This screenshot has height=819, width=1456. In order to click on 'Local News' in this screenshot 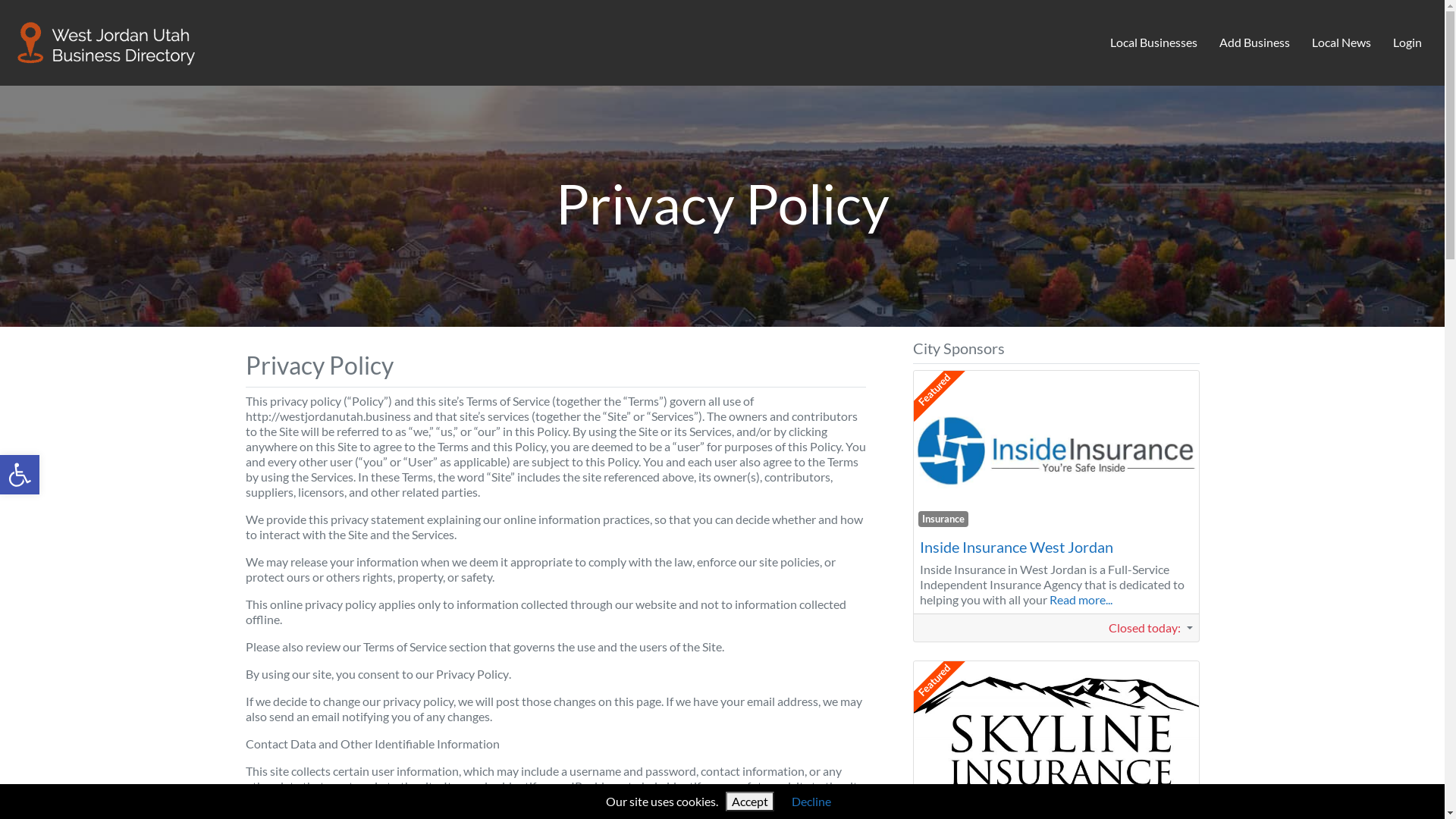, I will do `click(1299, 42)`.